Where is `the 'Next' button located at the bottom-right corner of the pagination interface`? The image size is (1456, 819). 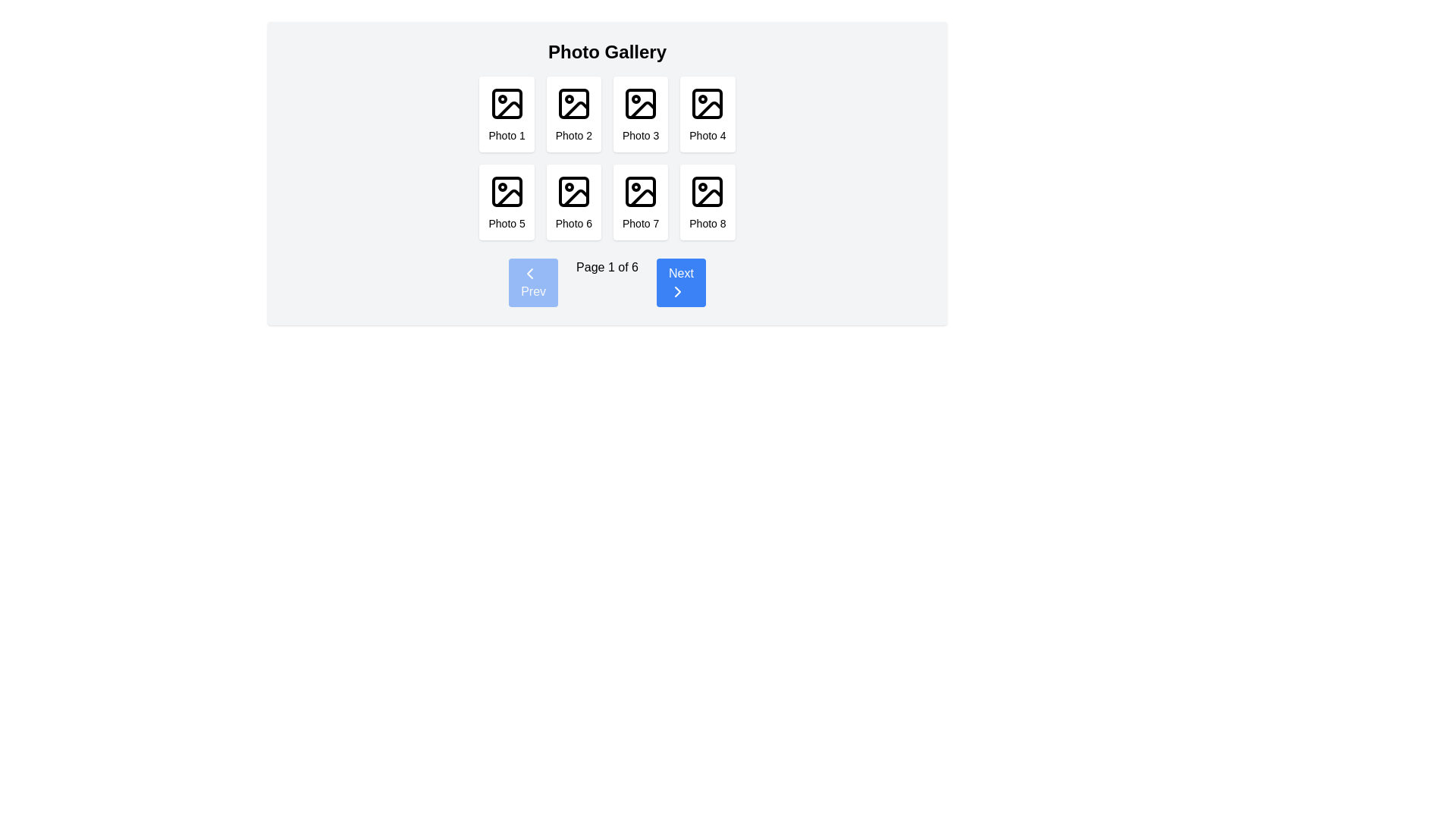
the 'Next' button located at the bottom-right corner of the pagination interface is located at coordinates (680, 283).